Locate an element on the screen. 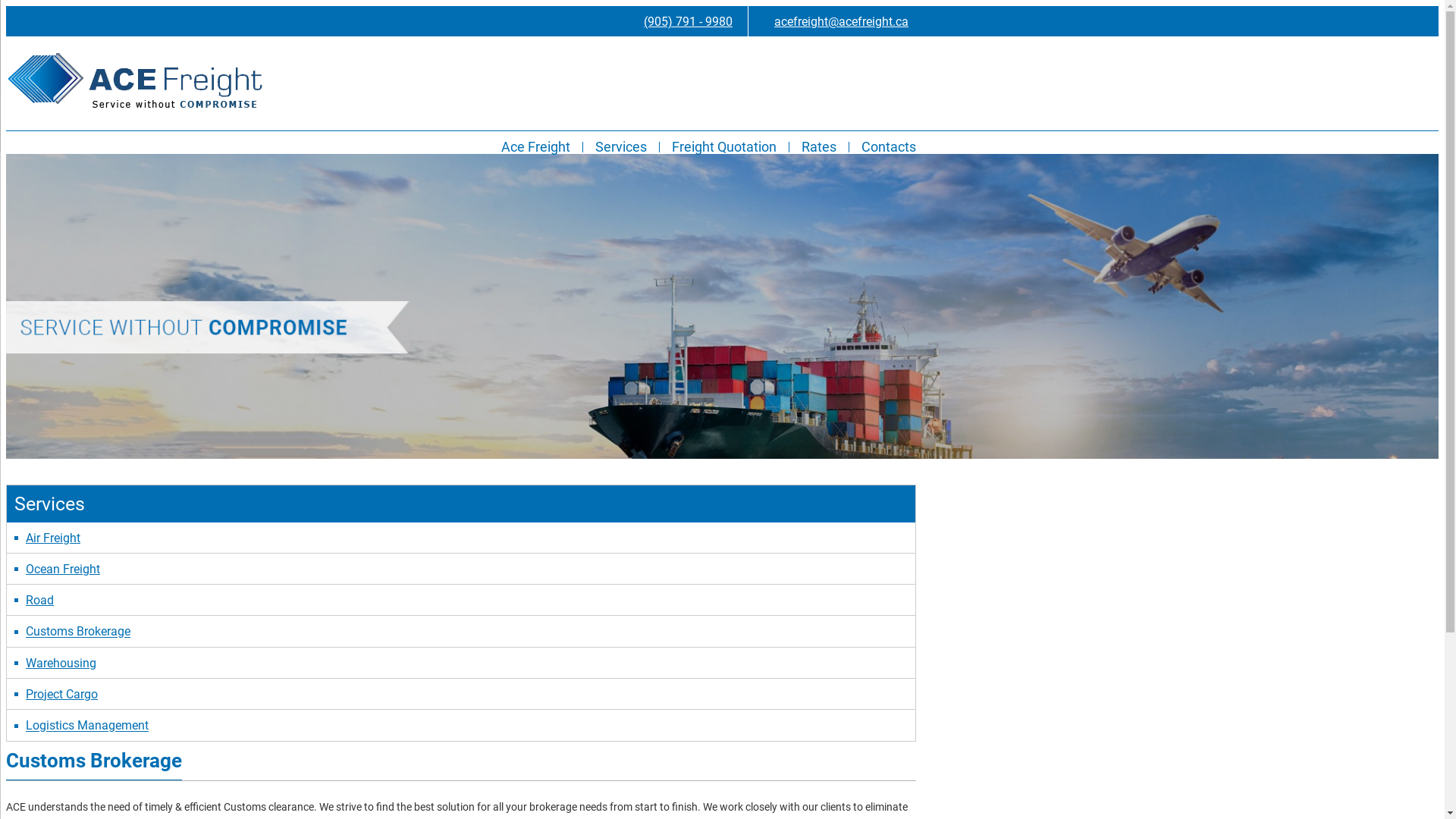  '(905) 791 - 9980' is located at coordinates (629, 21).